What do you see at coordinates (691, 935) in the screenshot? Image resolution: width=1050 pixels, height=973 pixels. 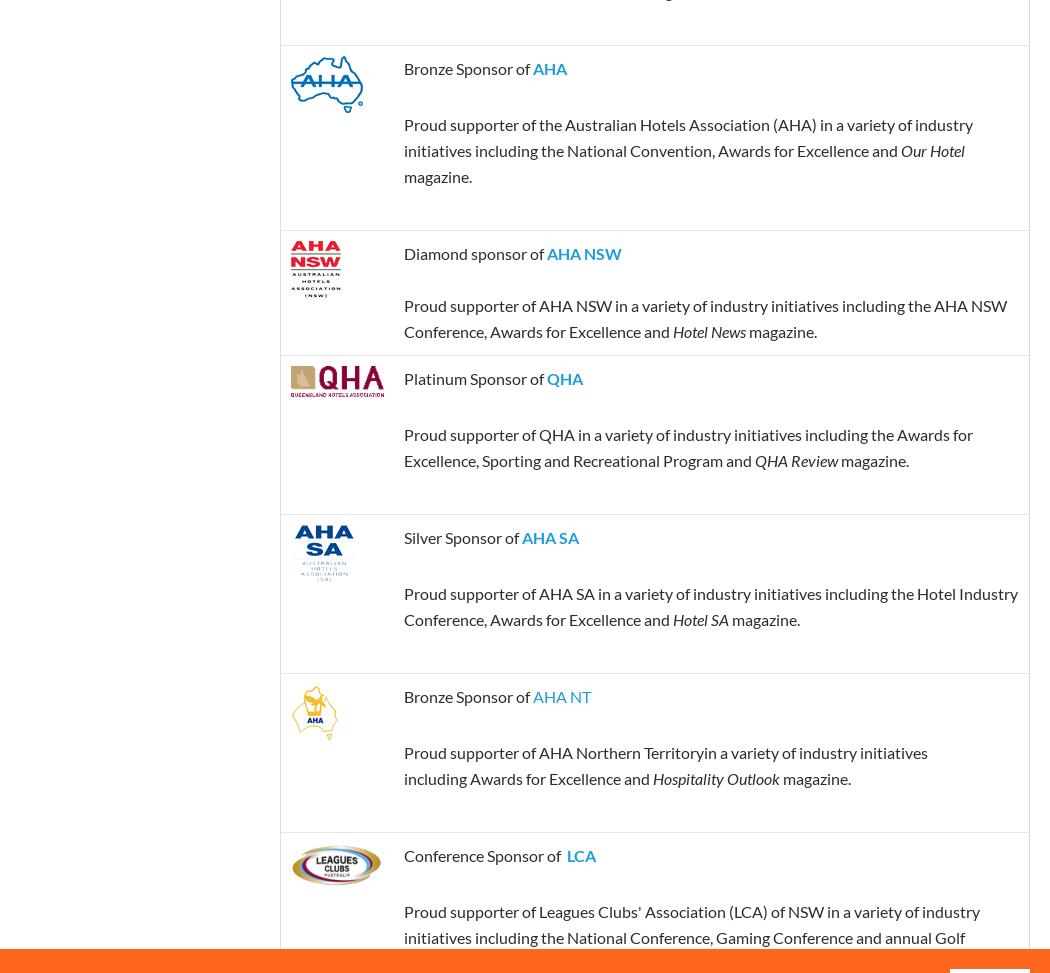 I see `'Proud supporter of Leagues Clubs' Association (LCA) of NSW in a variety of industry initiatives including the National Conference, Gaming Conference and annual Golf Tournament.'` at bounding box center [691, 935].